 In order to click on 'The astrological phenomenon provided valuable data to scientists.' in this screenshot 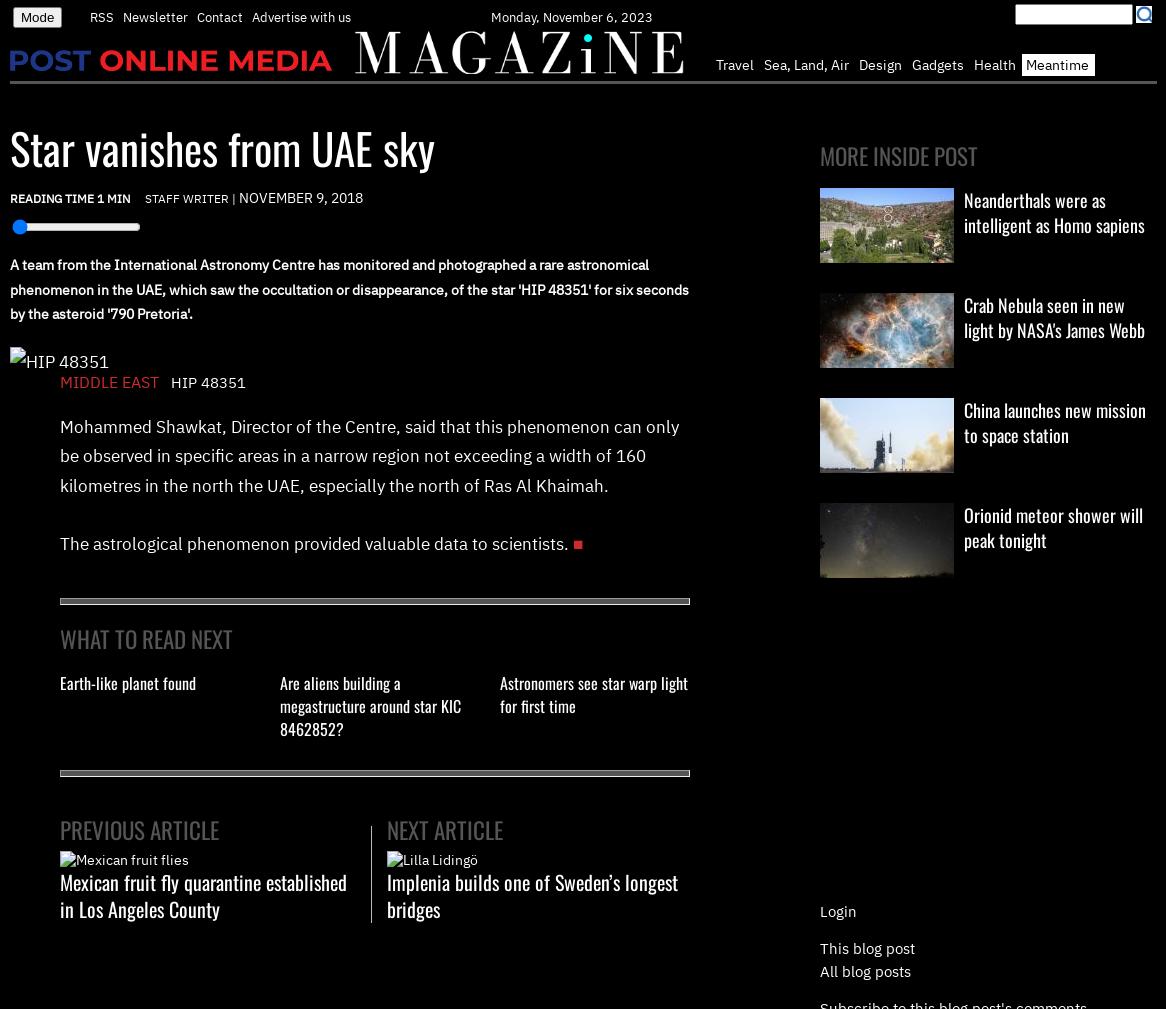, I will do `click(313, 543)`.